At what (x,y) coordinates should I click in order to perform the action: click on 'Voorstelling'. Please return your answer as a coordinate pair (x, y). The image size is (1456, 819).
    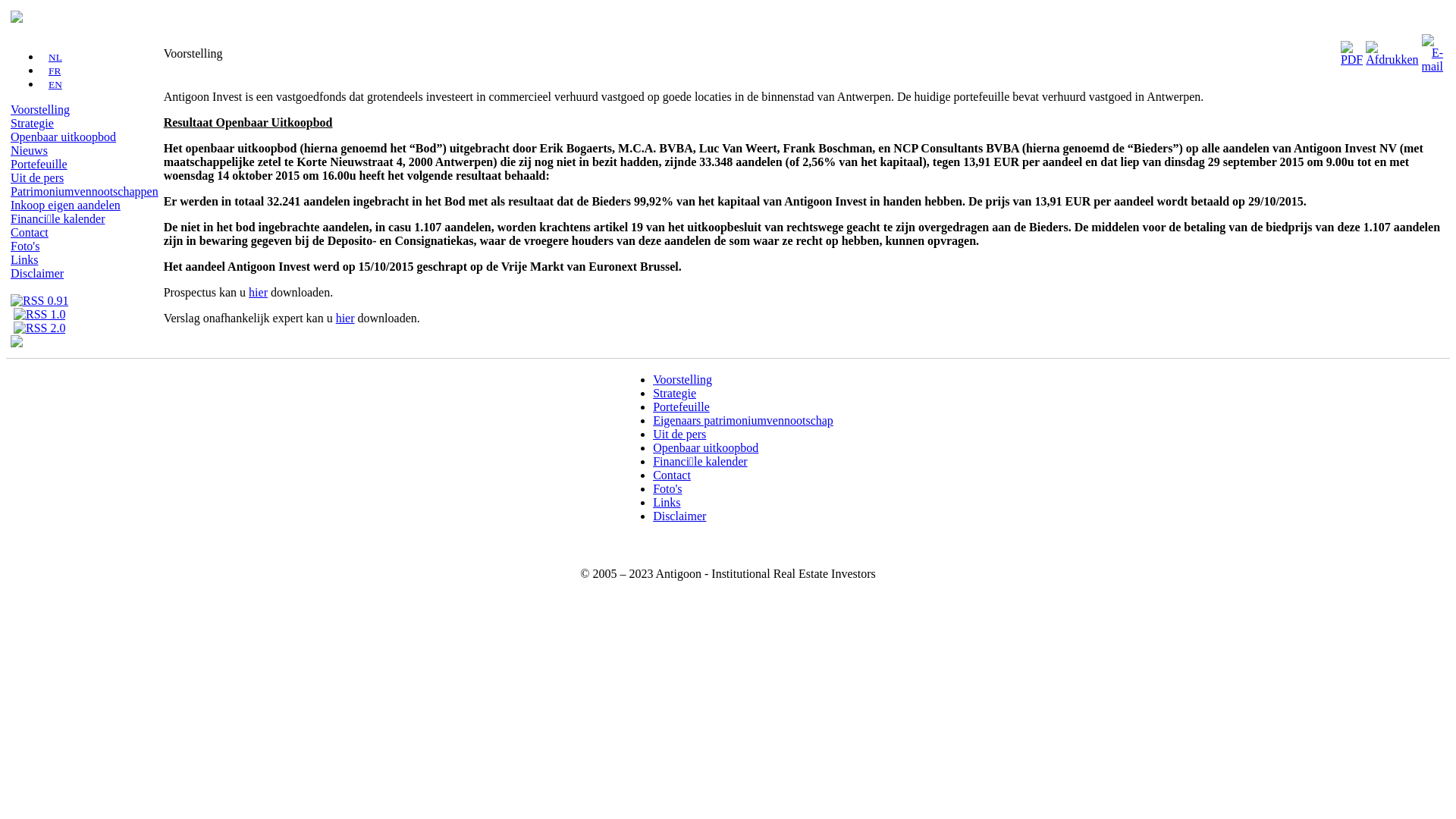
    Looking at the image, I should click on (39, 108).